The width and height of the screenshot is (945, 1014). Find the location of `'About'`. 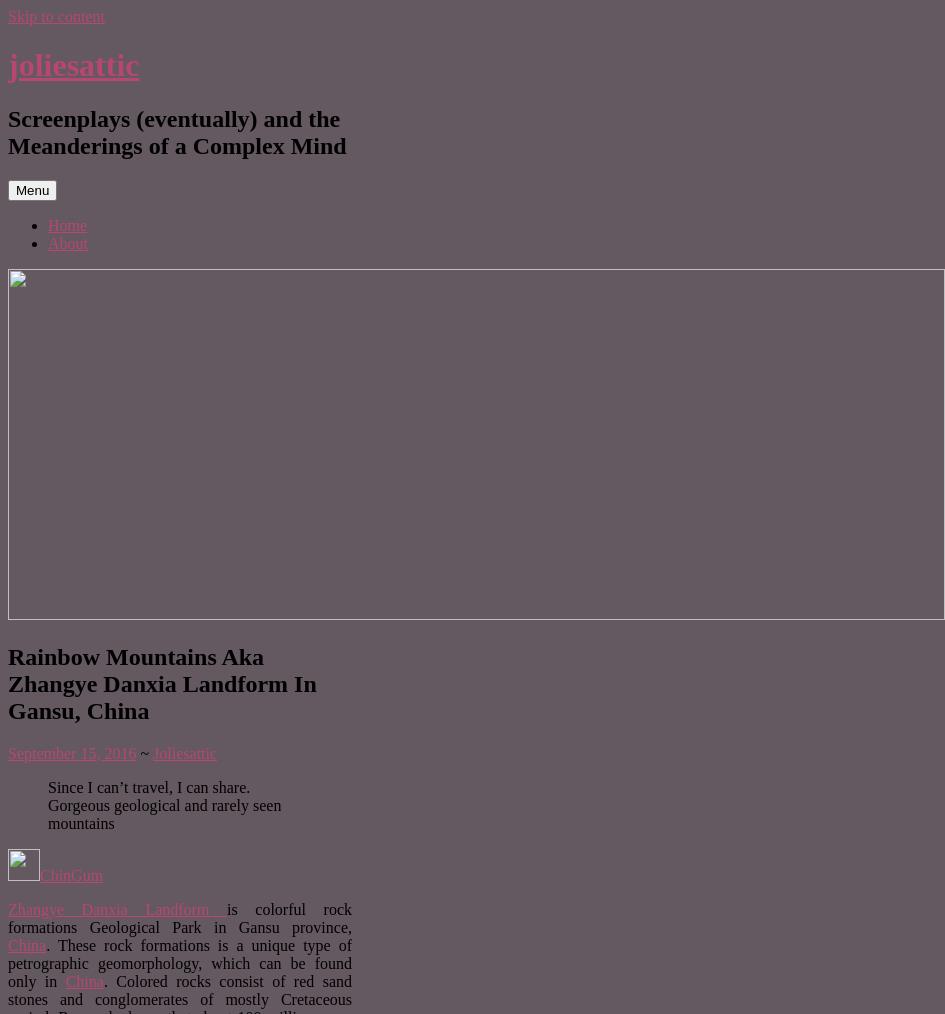

'About' is located at coordinates (48, 241).